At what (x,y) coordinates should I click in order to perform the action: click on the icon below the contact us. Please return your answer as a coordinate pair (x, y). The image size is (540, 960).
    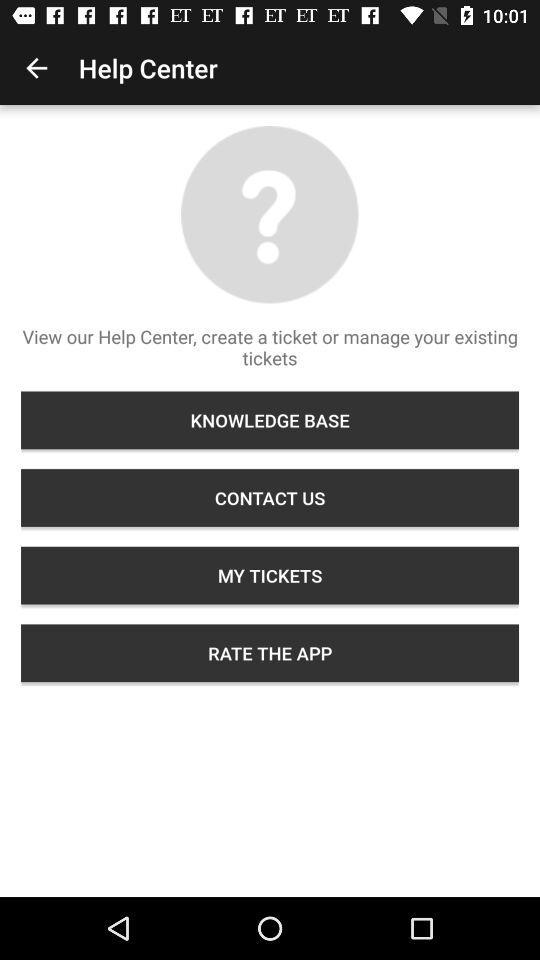
    Looking at the image, I should click on (270, 575).